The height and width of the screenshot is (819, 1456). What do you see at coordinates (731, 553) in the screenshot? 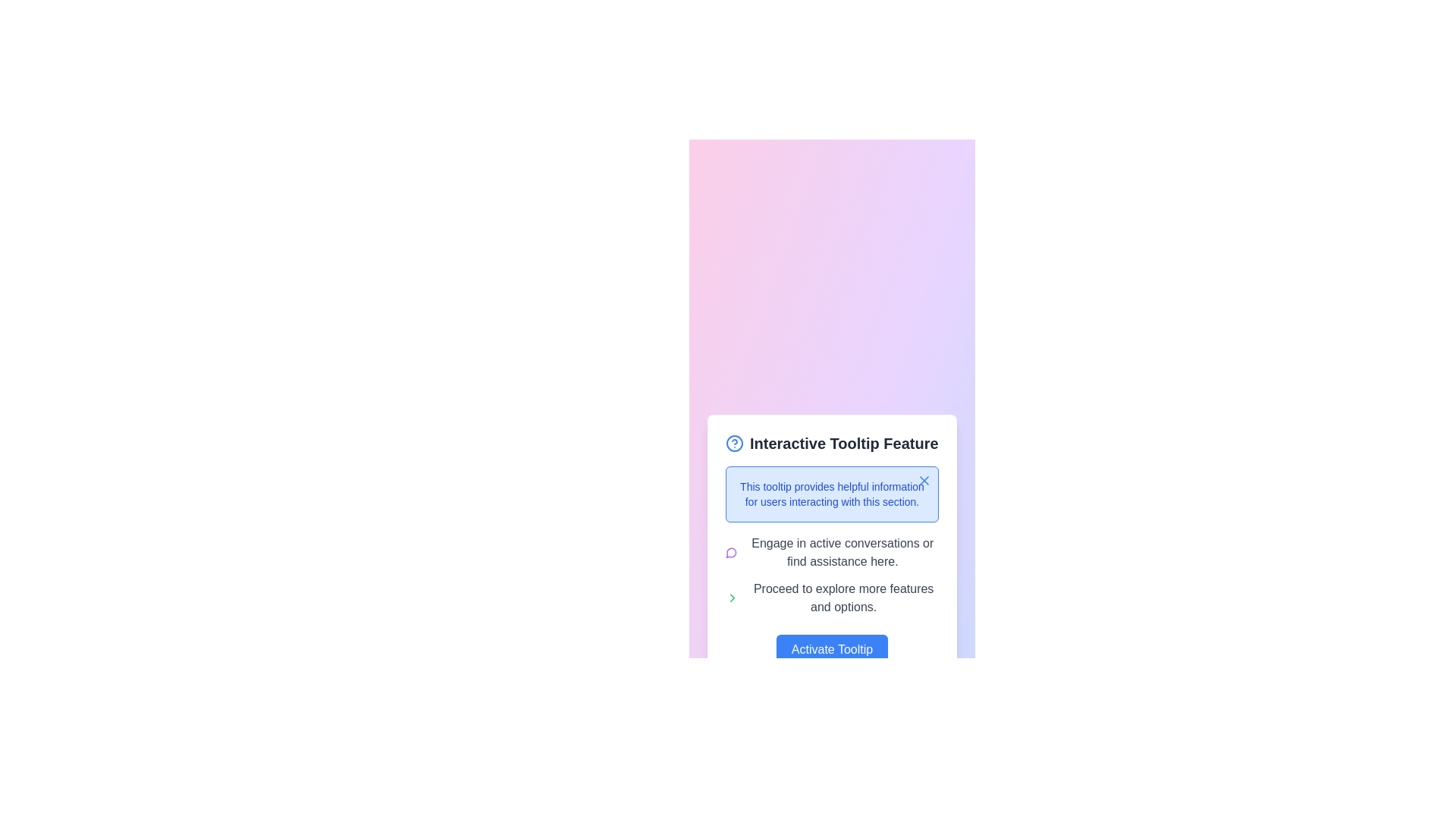
I see `the messaging icon located at the top-left corner of the section containing the text 'Engage in active conversations or find assistance here.'` at bounding box center [731, 553].